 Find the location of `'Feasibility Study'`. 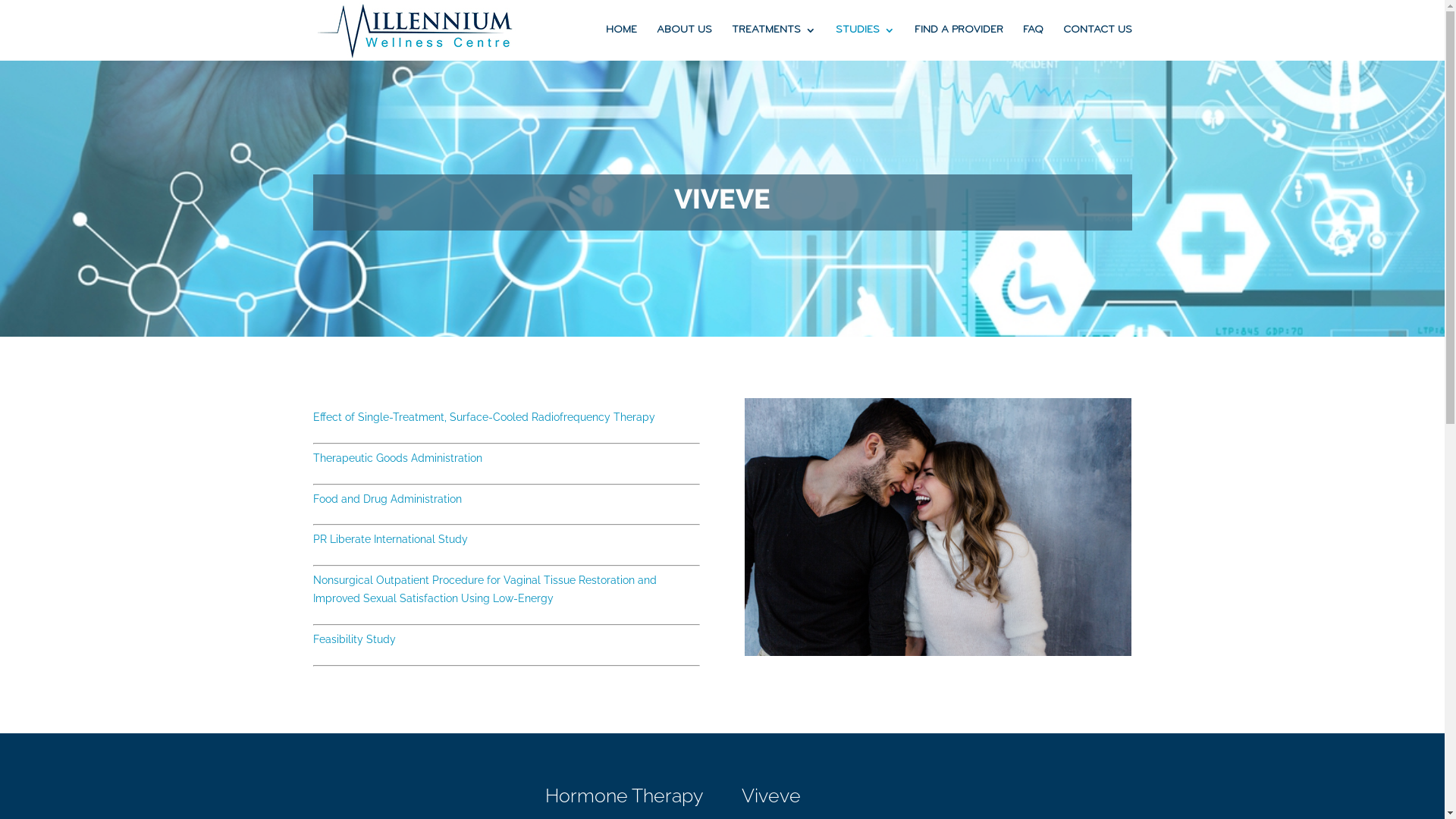

'Feasibility Study' is located at coordinates (353, 639).